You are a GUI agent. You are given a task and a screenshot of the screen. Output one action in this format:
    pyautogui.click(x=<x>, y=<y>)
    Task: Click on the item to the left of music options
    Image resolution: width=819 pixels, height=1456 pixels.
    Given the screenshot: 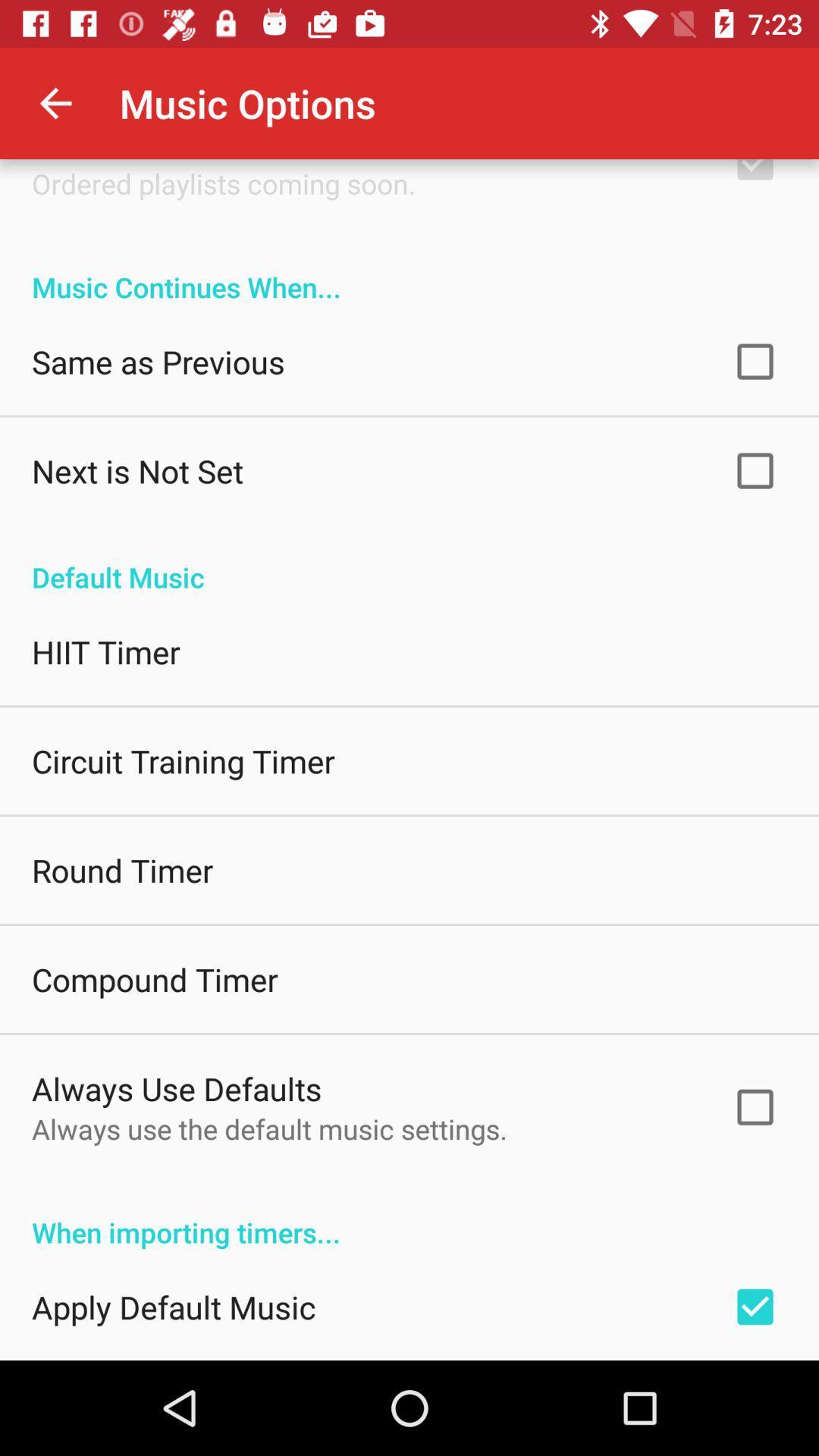 What is the action you would take?
    pyautogui.click(x=55, y=102)
    